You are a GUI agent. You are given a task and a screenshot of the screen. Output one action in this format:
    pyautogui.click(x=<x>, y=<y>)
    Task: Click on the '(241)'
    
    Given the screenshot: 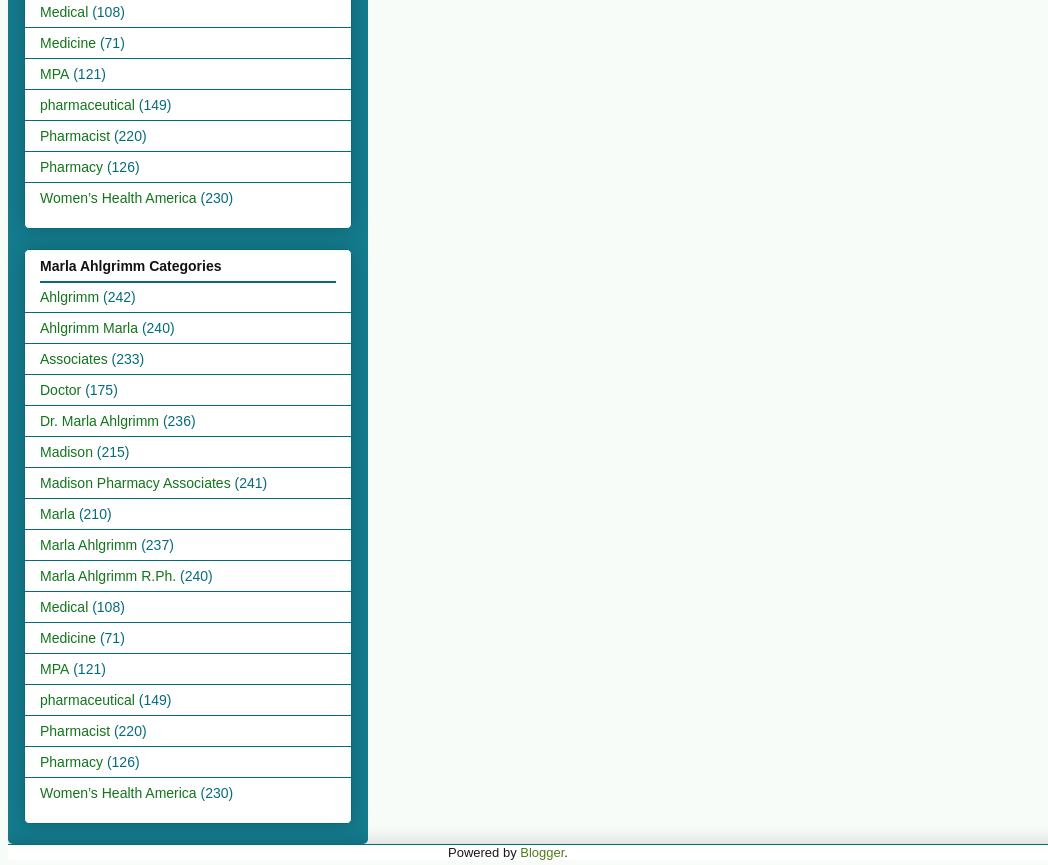 What is the action you would take?
    pyautogui.click(x=250, y=482)
    